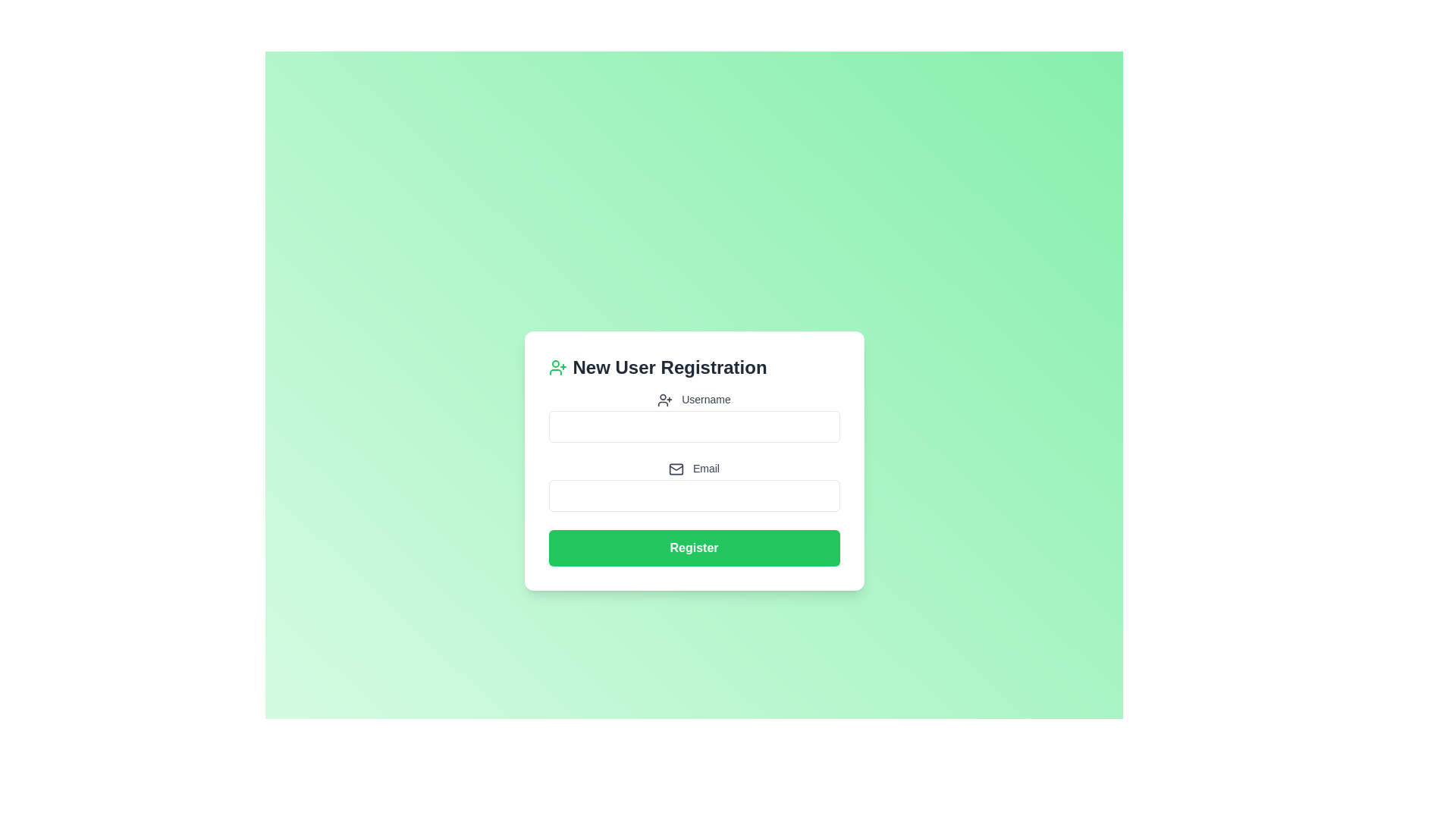 Image resolution: width=1456 pixels, height=819 pixels. What do you see at coordinates (693, 496) in the screenshot?
I see `the email input field in the registration form using tab navigation to highlight it` at bounding box center [693, 496].